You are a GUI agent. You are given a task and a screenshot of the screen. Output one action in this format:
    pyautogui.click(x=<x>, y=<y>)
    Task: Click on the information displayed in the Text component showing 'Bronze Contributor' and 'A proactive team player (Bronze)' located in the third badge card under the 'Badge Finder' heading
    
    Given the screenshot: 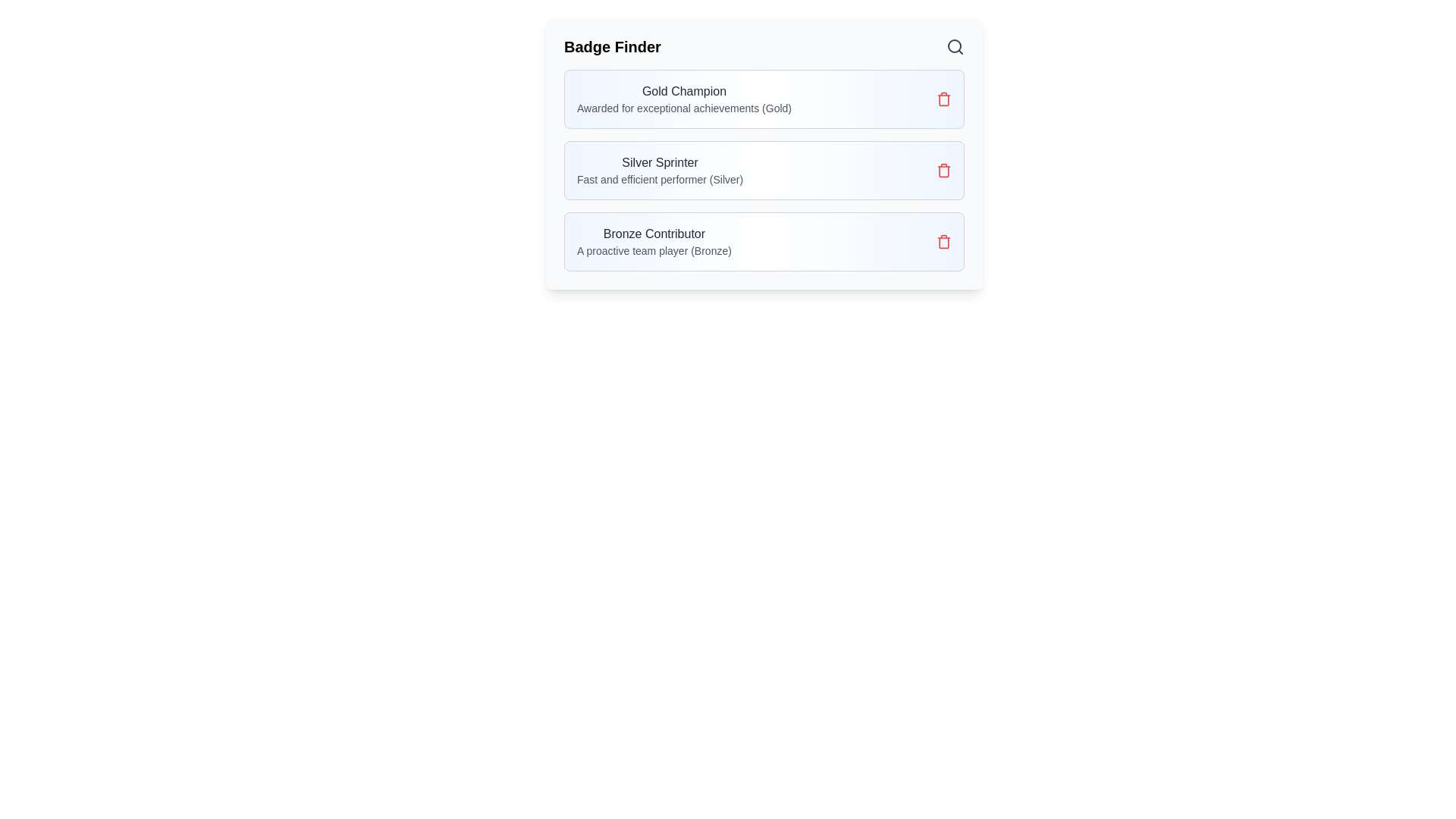 What is the action you would take?
    pyautogui.click(x=654, y=241)
    